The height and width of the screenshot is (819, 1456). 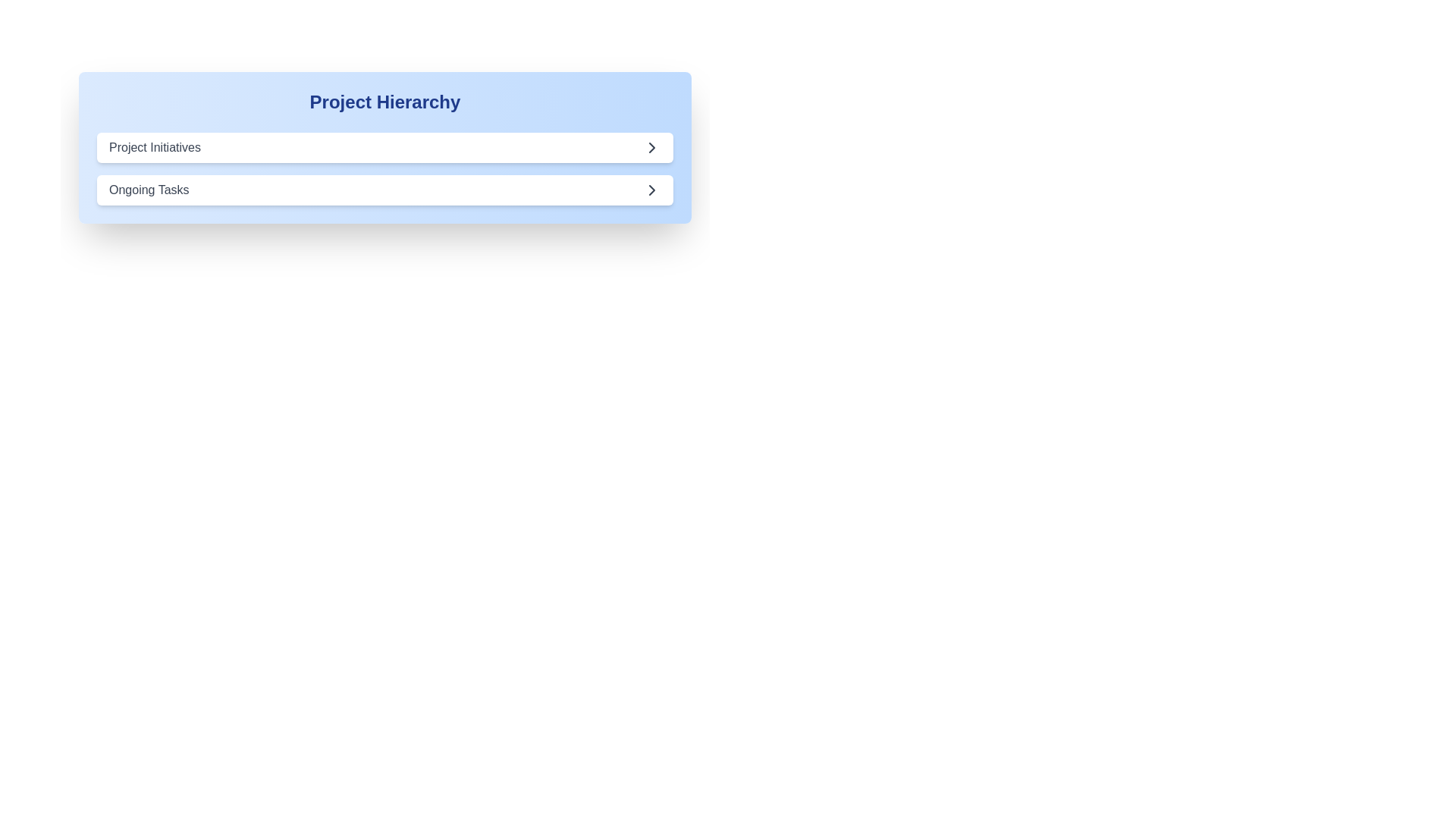 What do you see at coordinates (155, 148) in the screenshot?
I see `the 'Project Initiatives' text label located in the first row of the 'Project Hierarchy' list` at bounding box center [155, 148].